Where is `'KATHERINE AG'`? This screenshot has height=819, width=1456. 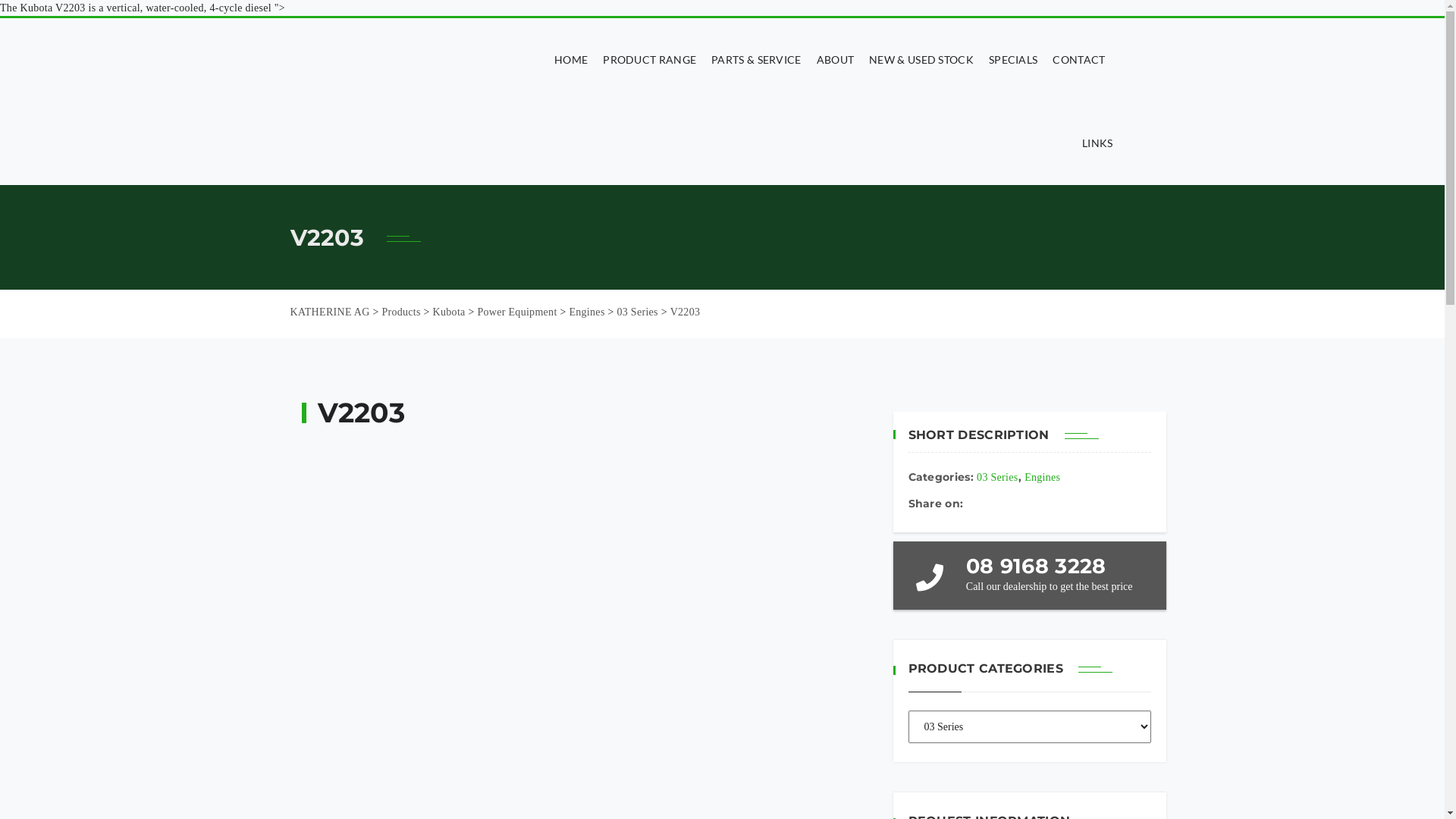
'KATHERINE AG' is located at coordinates (328, 311).